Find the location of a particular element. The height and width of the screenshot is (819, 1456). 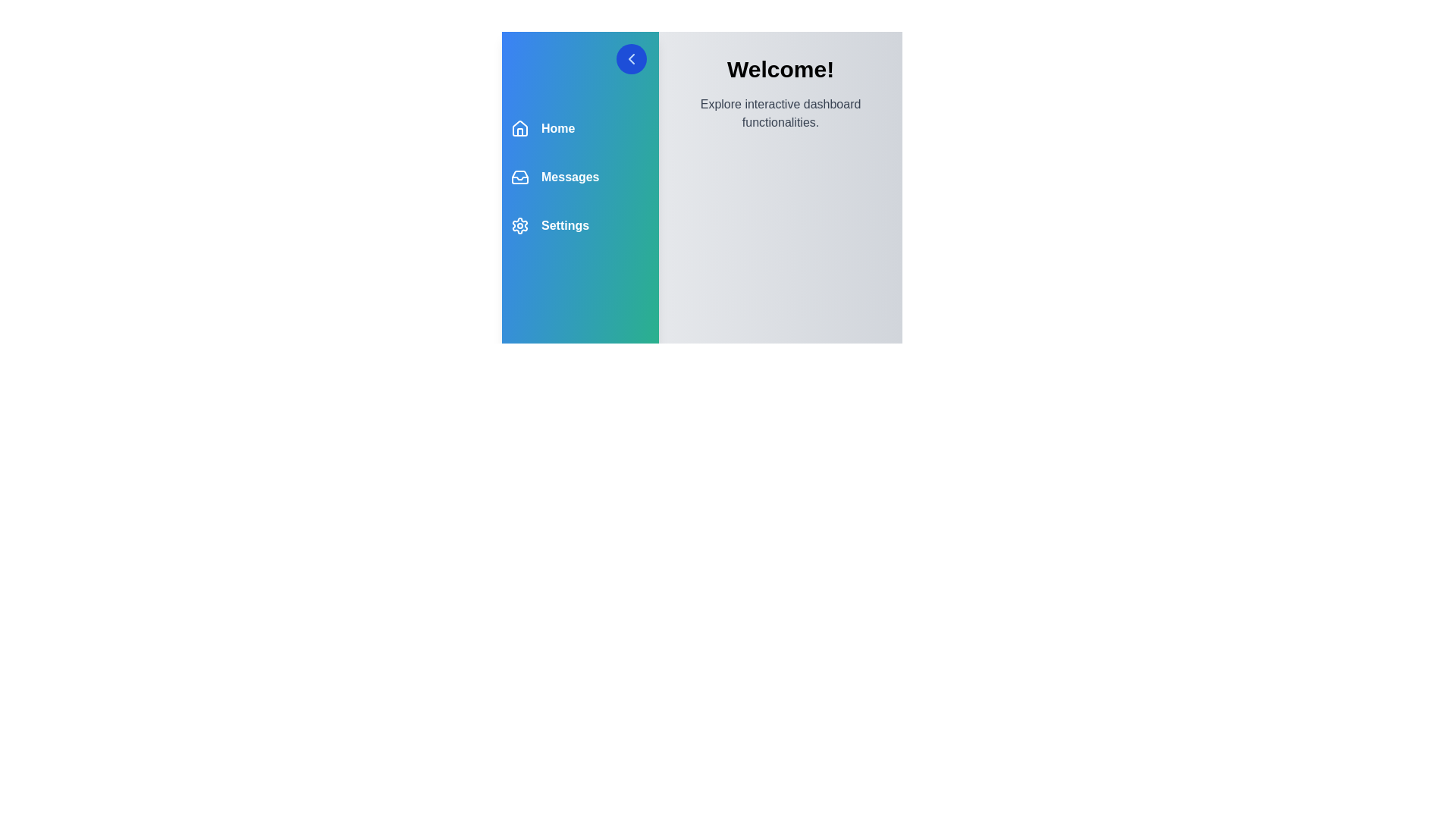

the inbox icon located in the sidebar menu next to the 'Messages' label is located at coordinates (520, 177).